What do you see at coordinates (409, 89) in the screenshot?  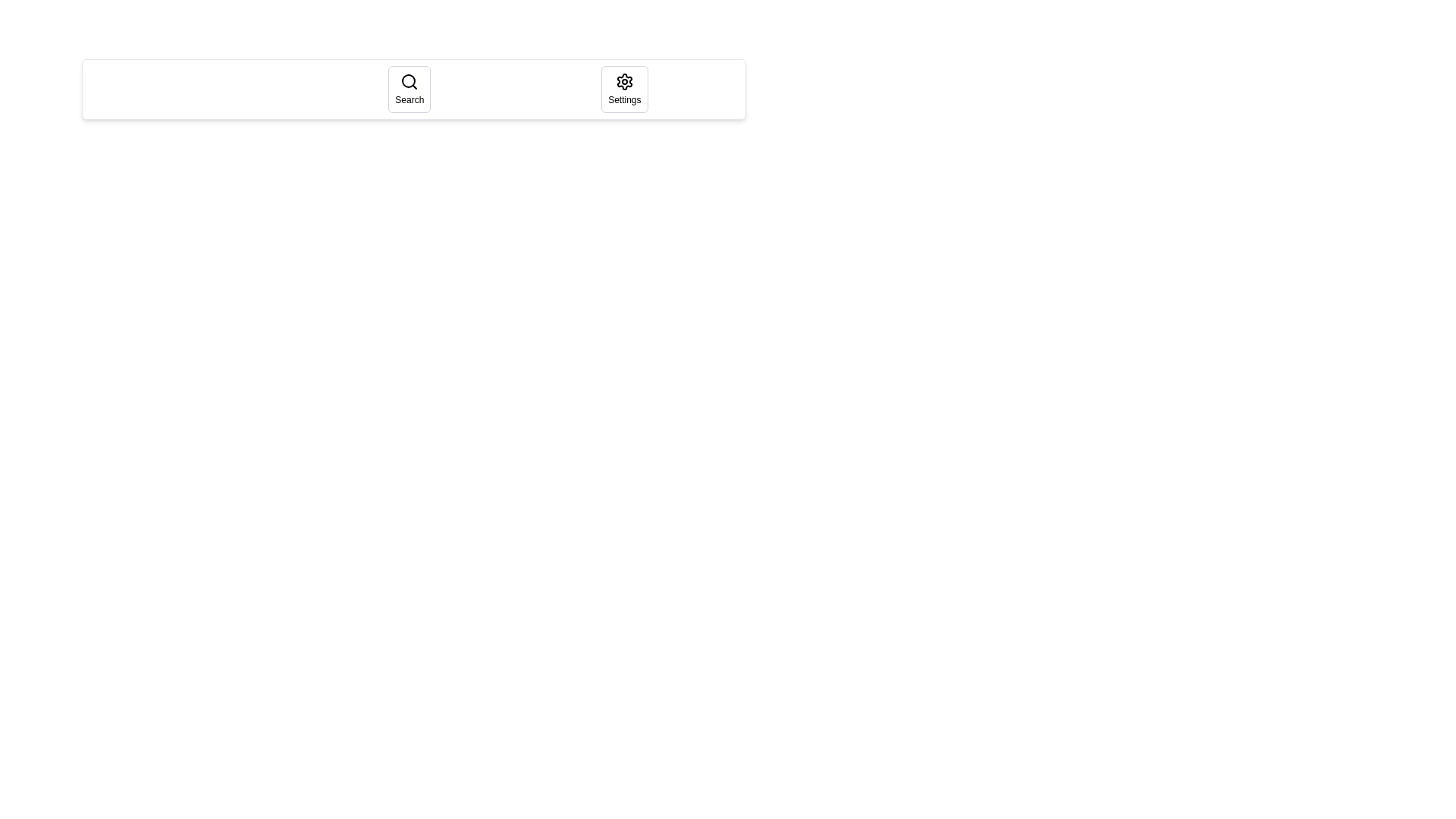 I see `the button with a magnifying glass icon and 'Search' text, located` at bounding box center [409, 89].